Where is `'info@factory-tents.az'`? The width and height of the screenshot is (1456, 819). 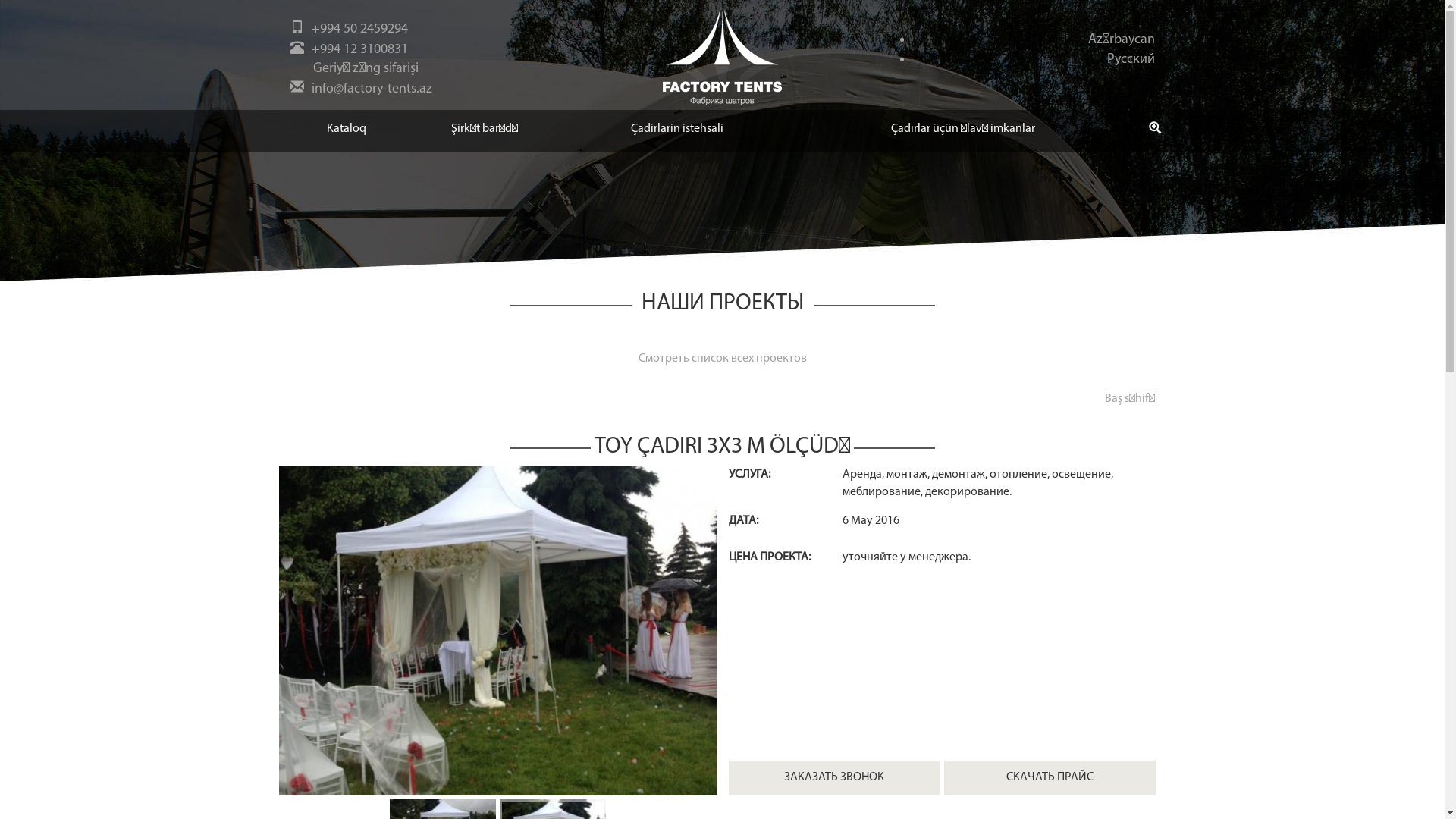
'info@factory-tents.az' is located at coordinates (371, 89).